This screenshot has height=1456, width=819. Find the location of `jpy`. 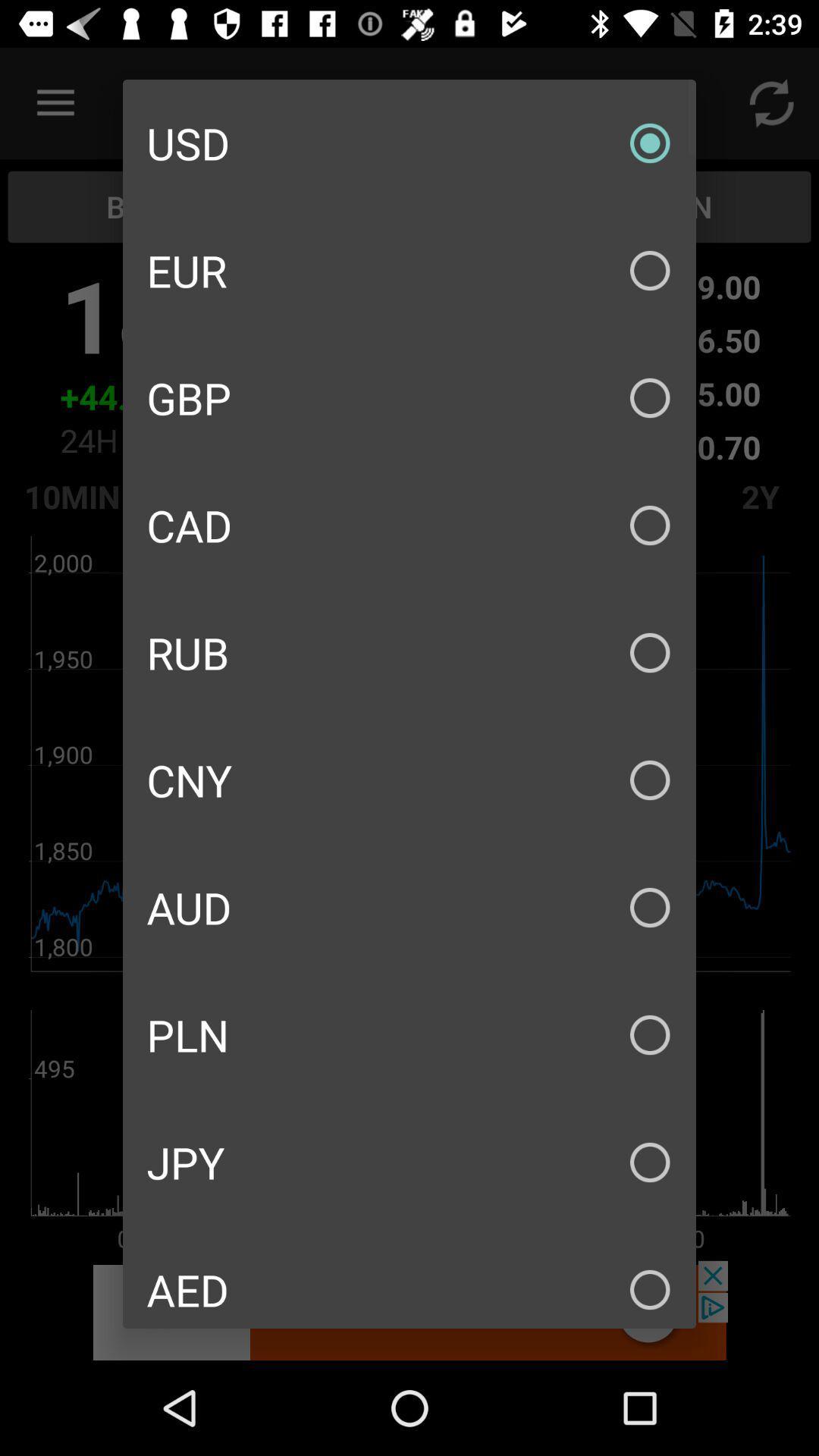

jpy is located at coordinates (409, 1161).